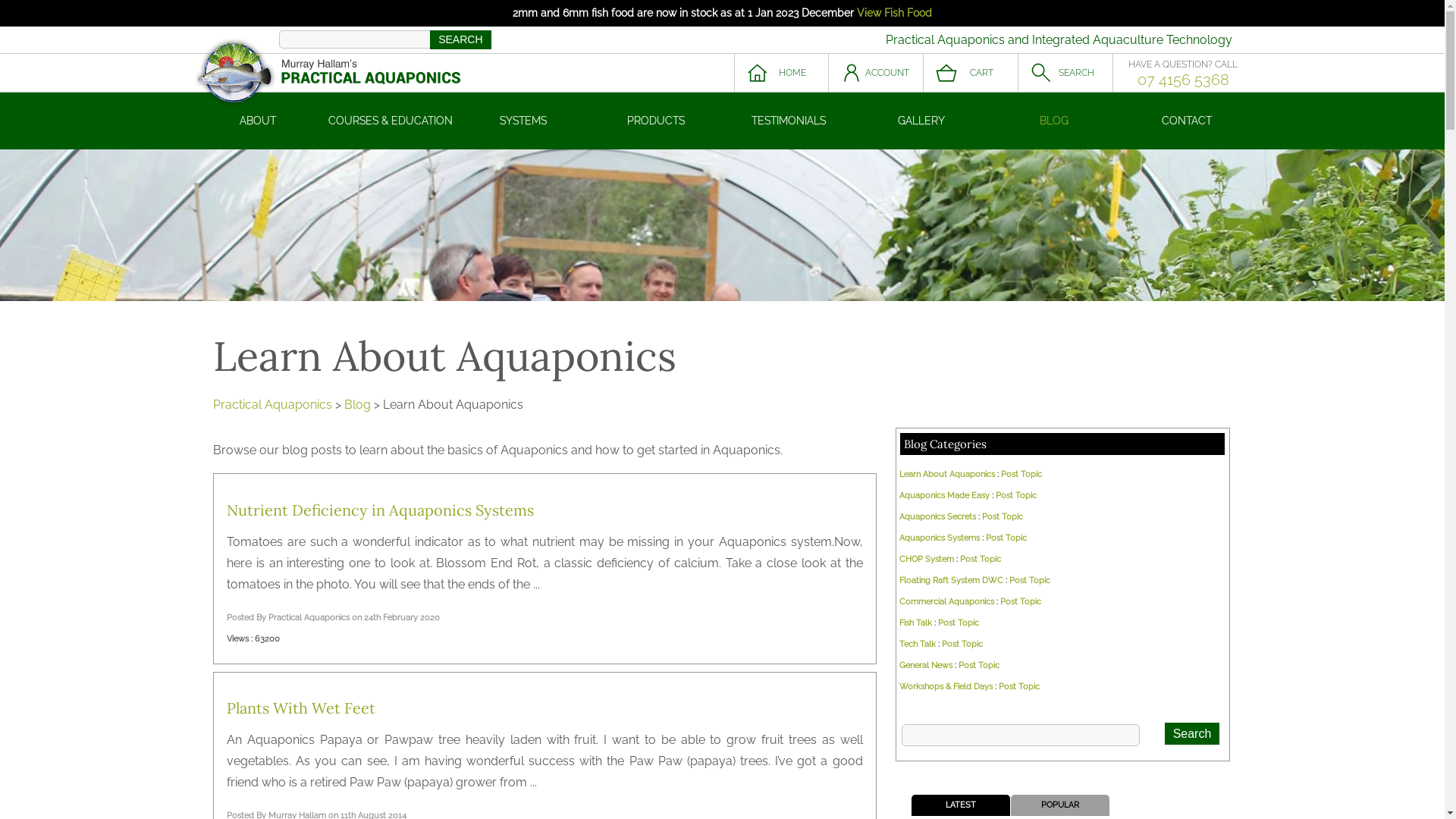 This screenshot has height=819, width=1456. Describe the element at coordinates (945, 686) in the screenshot. I see `'Workshops & Field Days'` at that location.